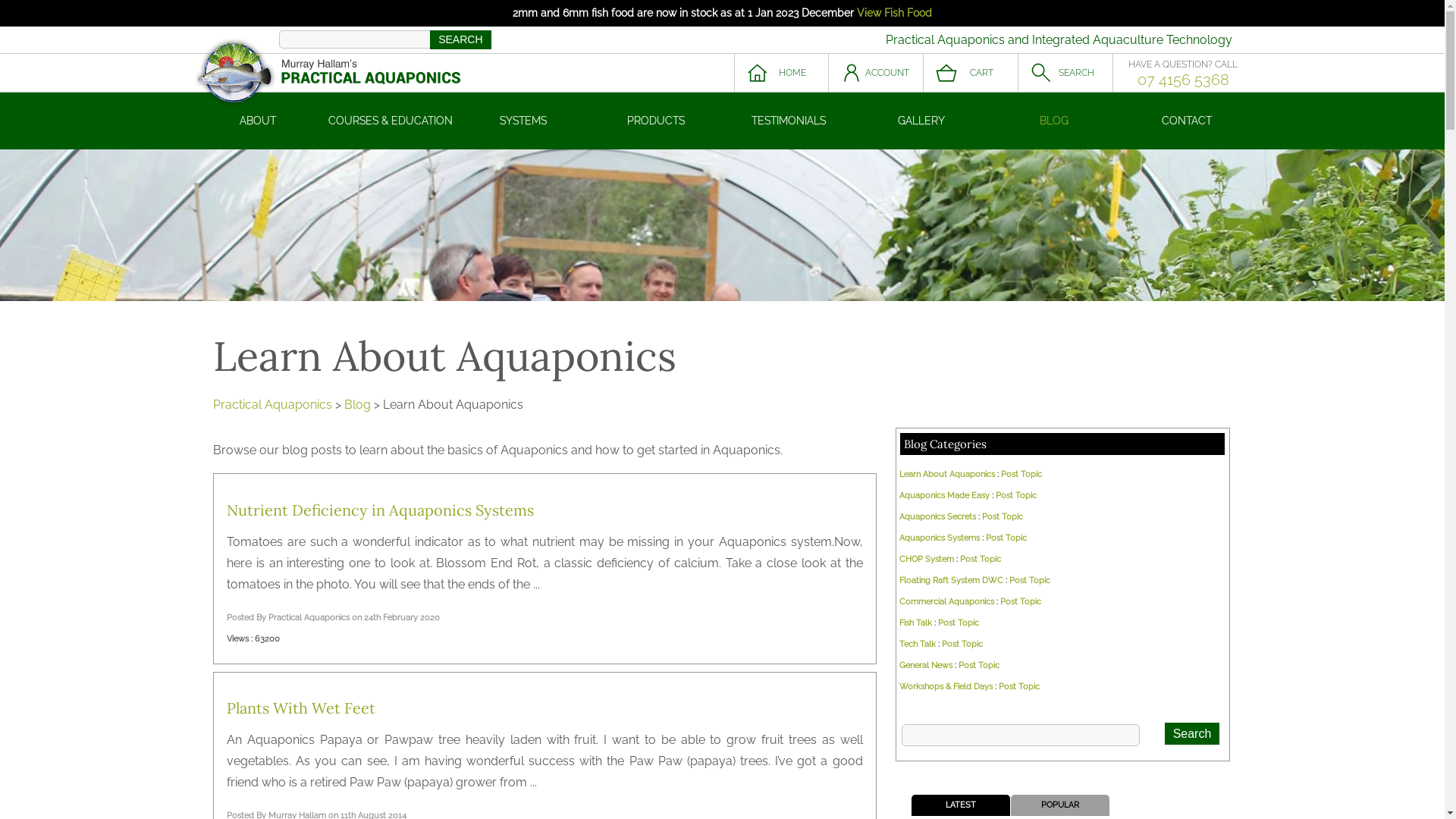 This screenshot has height=819, width=1456. Describe the element at coordinates (945, 686) in the screenshot. I see `'Workshops & Field Days'` at that location.